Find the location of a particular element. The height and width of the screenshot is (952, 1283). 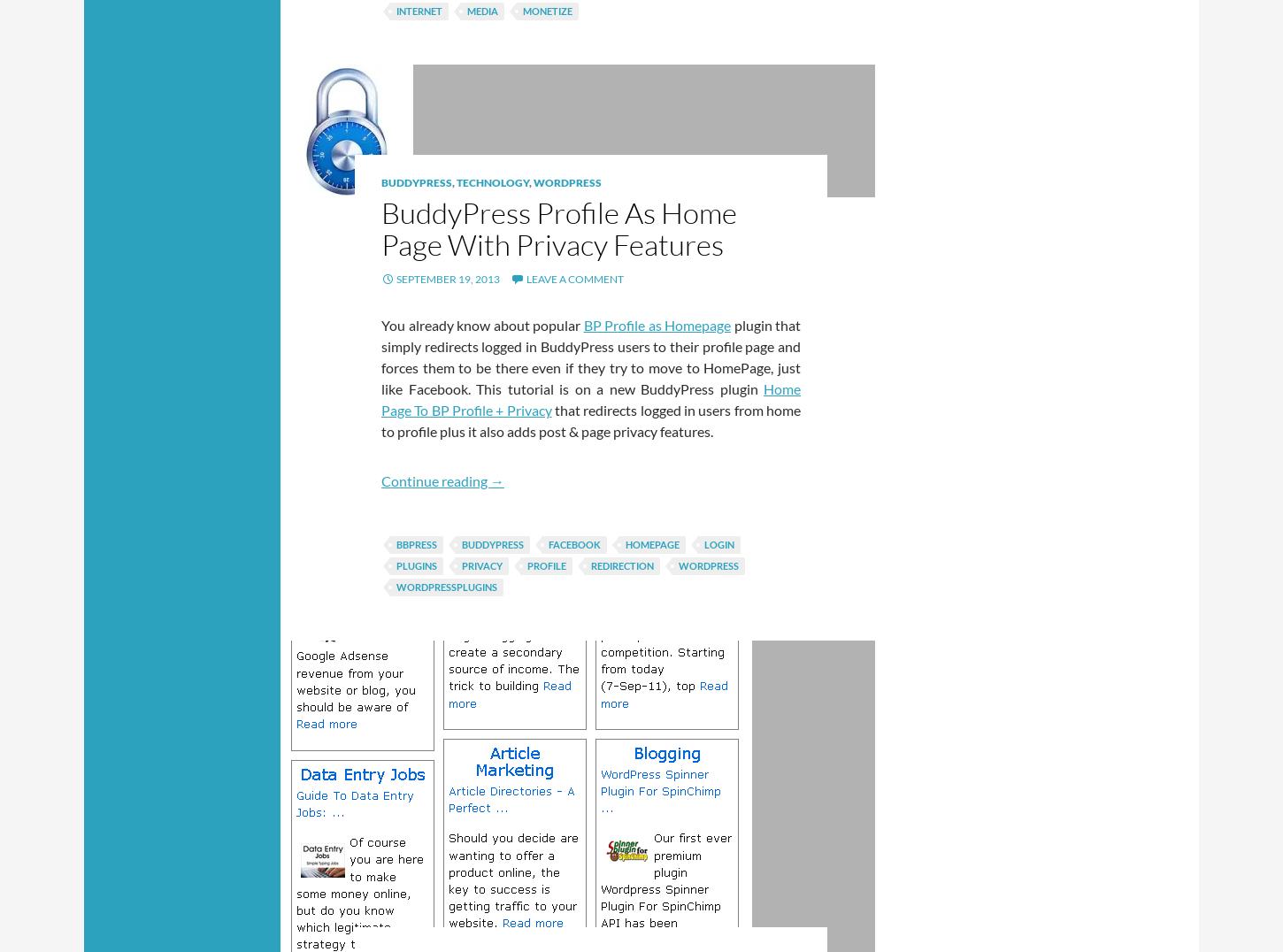

'media' is located at coordinates (482, 10).